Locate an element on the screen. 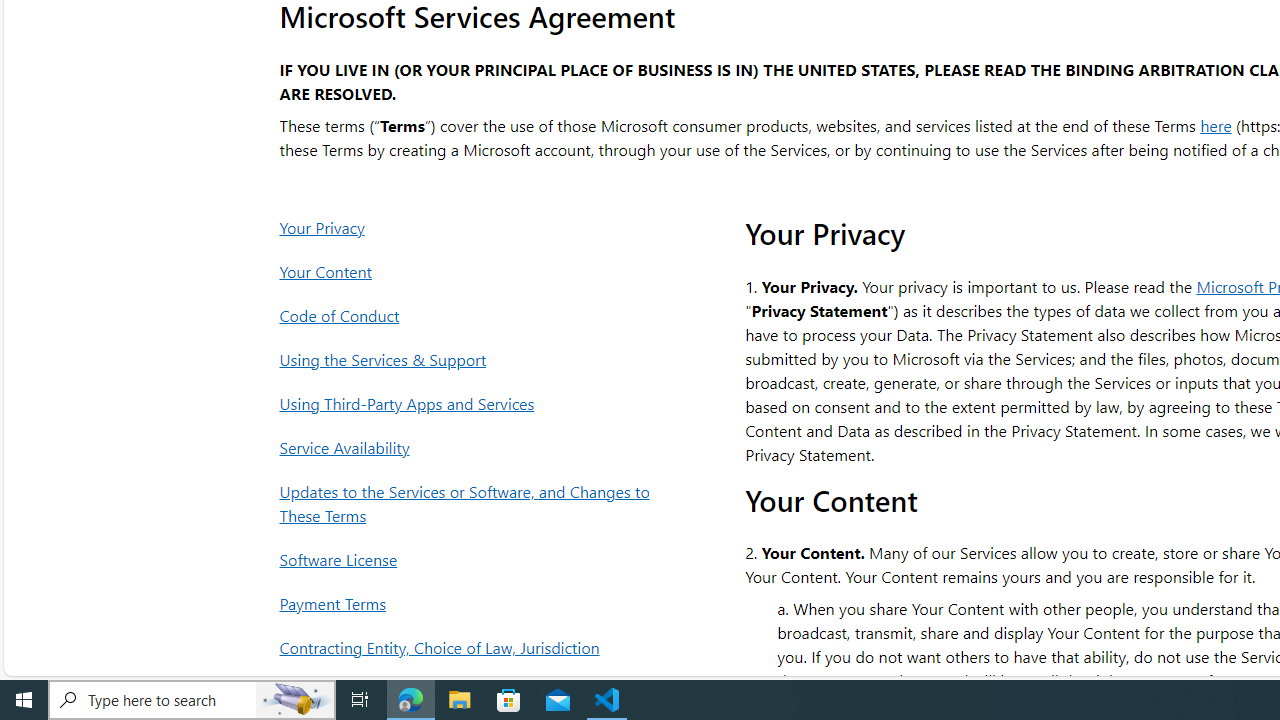 This screenshot has width=1280, height=720. 'Using the Services & Support' is located at coordinates (469, 358).